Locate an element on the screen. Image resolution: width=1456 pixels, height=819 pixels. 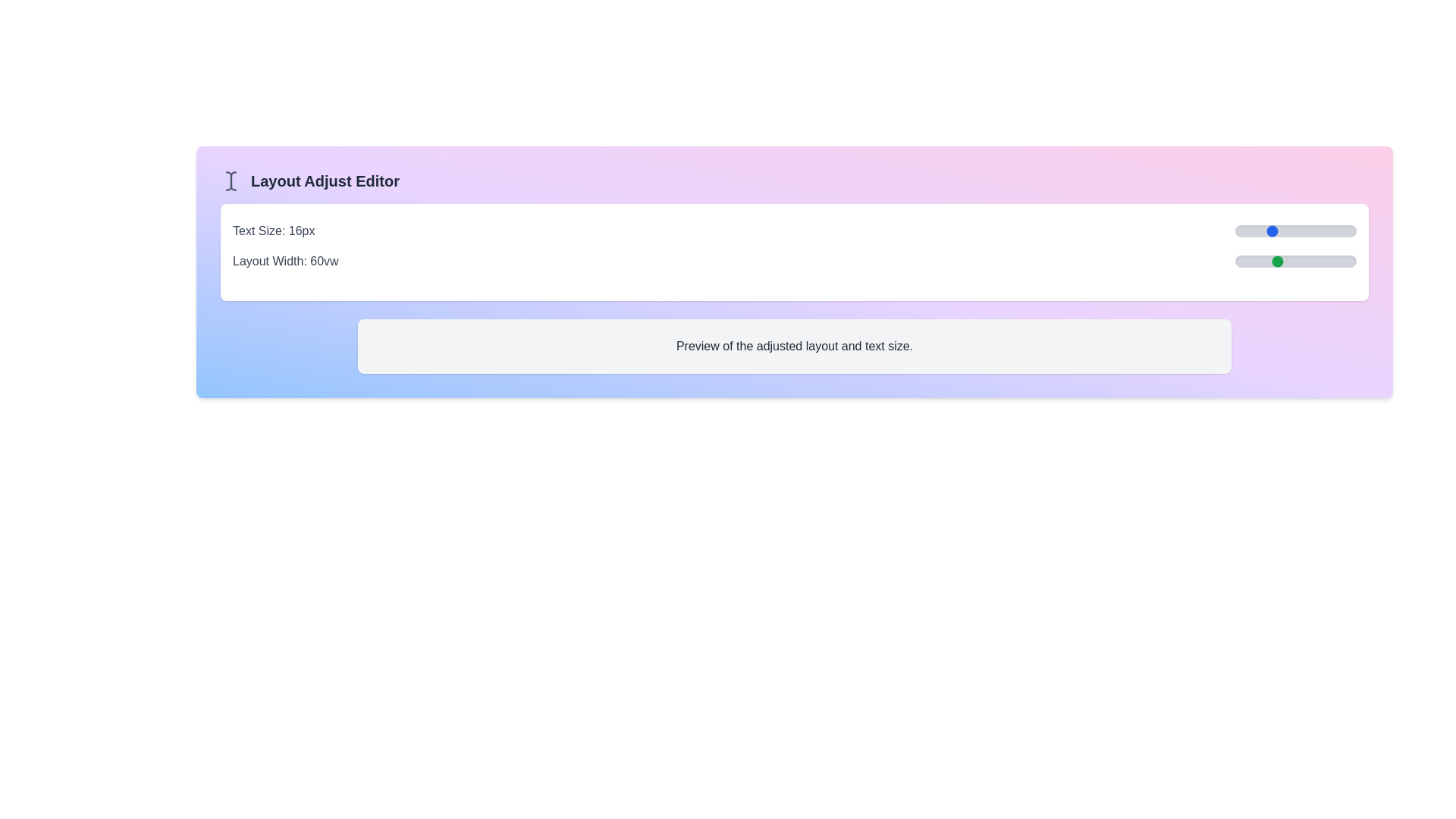
the layout width is located at coordinates (1263, 260).